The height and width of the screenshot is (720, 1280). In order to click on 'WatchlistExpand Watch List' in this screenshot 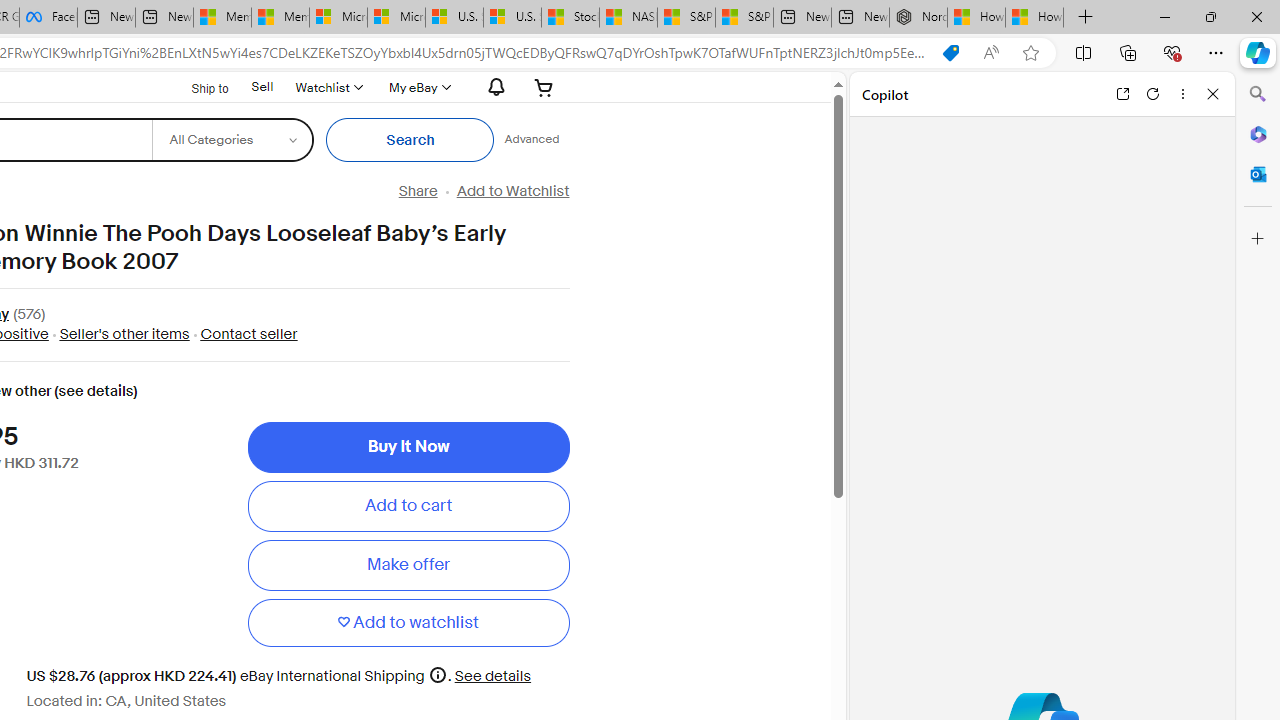, I will do `click(328, 86)`.